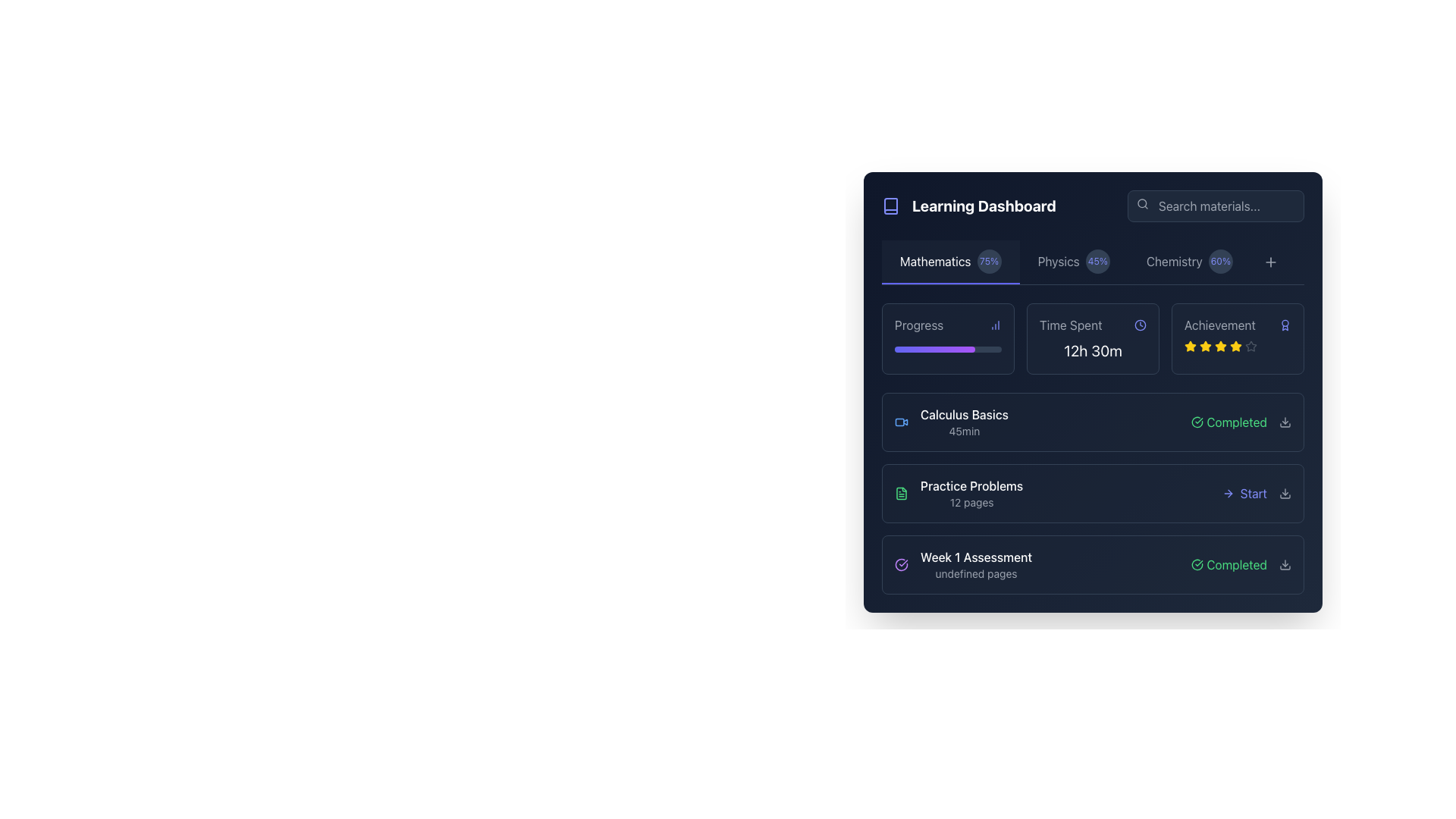 This screenshot has width=1456, height=819. What do you see at coordinates (1220, 346) in the screenshot?
I see `the rating level represented by the second yellow star icon in the achievement section of the dashboard` at bounding box center [1220, 346].